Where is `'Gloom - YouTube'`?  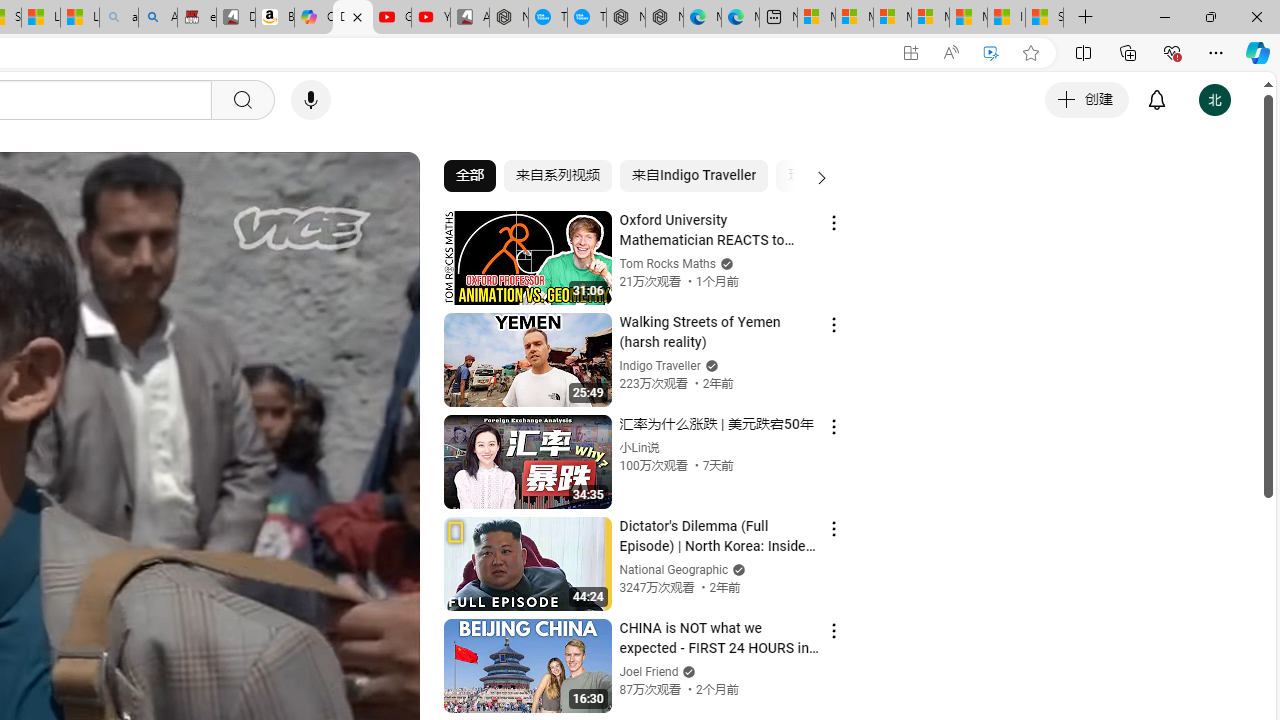 'Gloom - YouTube' is located at coordinates (391, 17).